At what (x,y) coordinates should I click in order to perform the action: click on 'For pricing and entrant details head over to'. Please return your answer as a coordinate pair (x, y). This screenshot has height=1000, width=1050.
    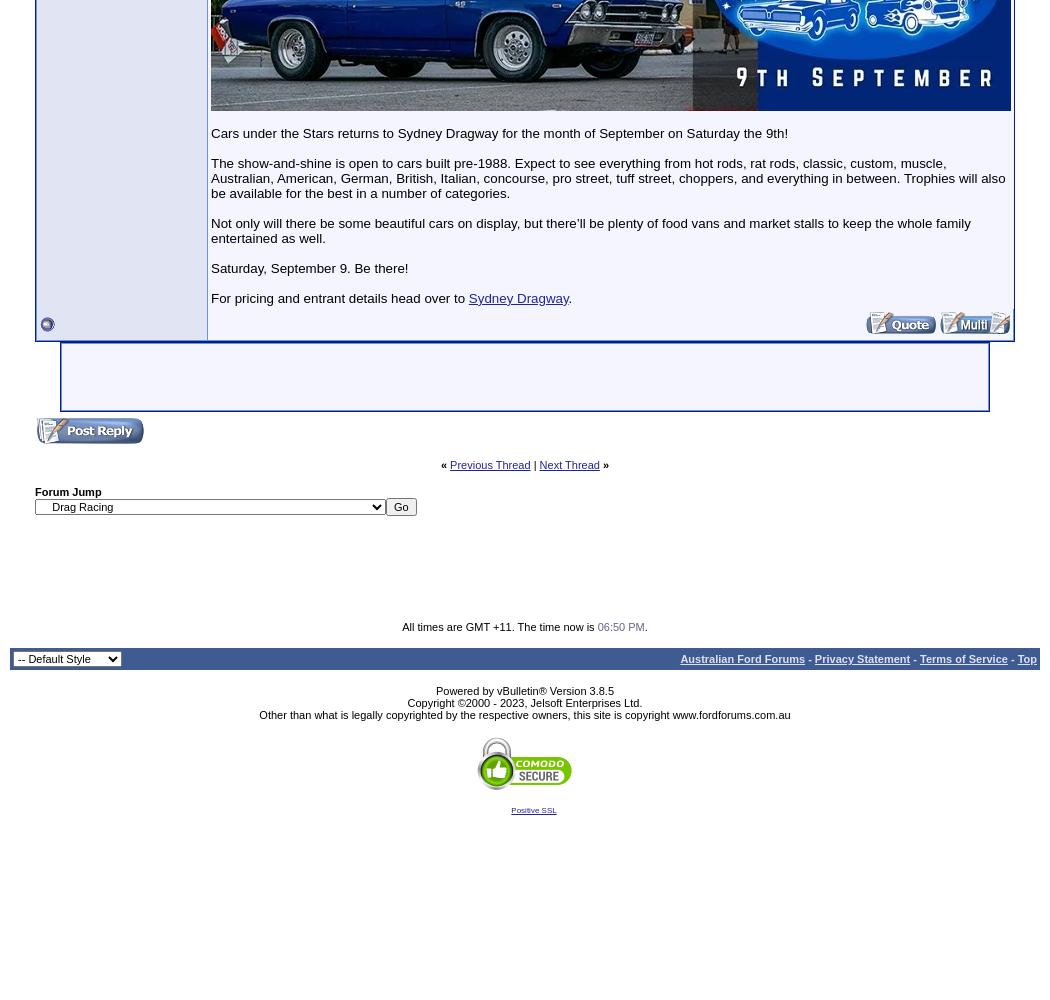
    Looking at the image, I should click on (338, 297).